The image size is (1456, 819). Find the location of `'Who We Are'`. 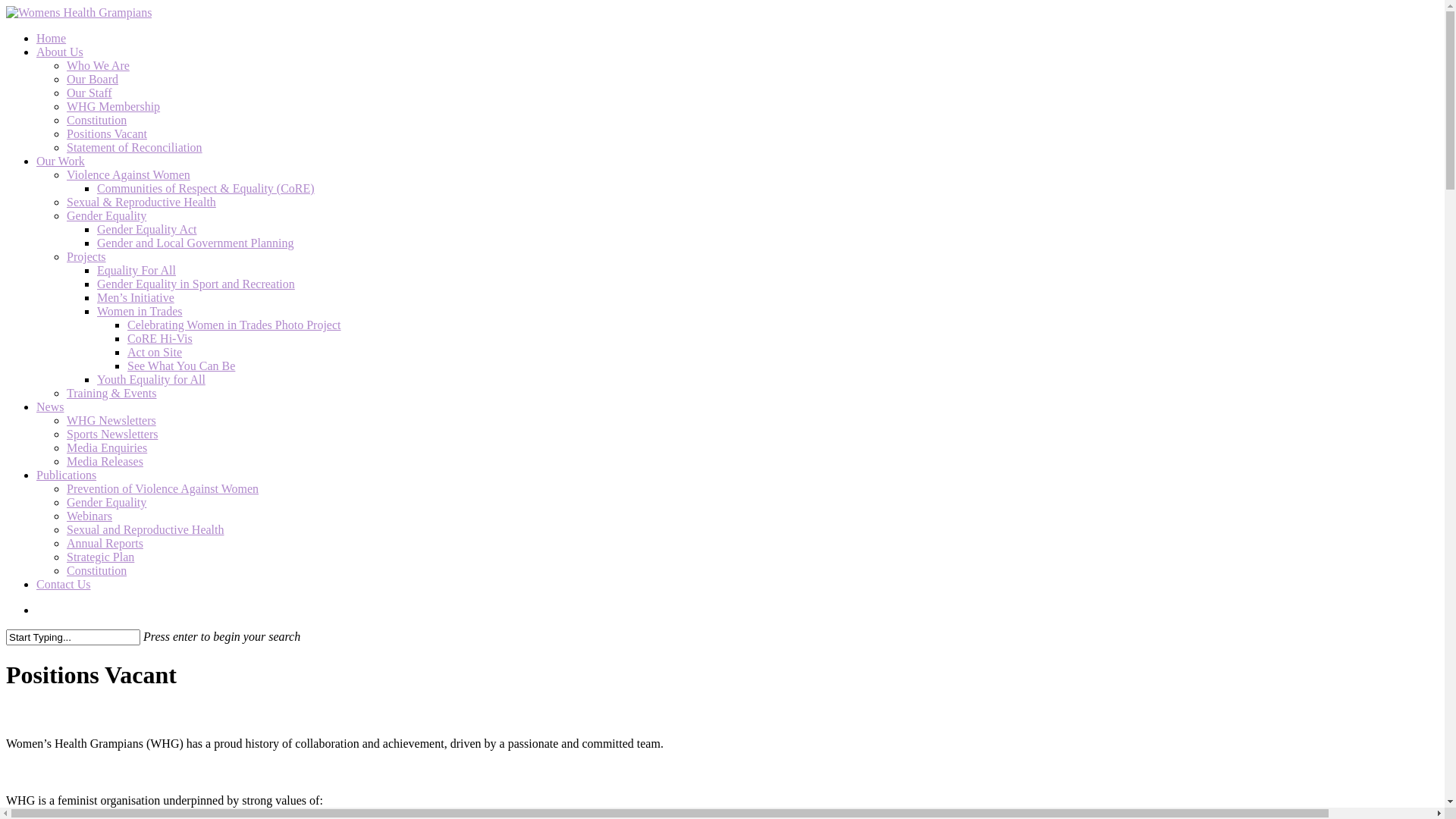

'Who We Are' is located at coordinates (97, 64).